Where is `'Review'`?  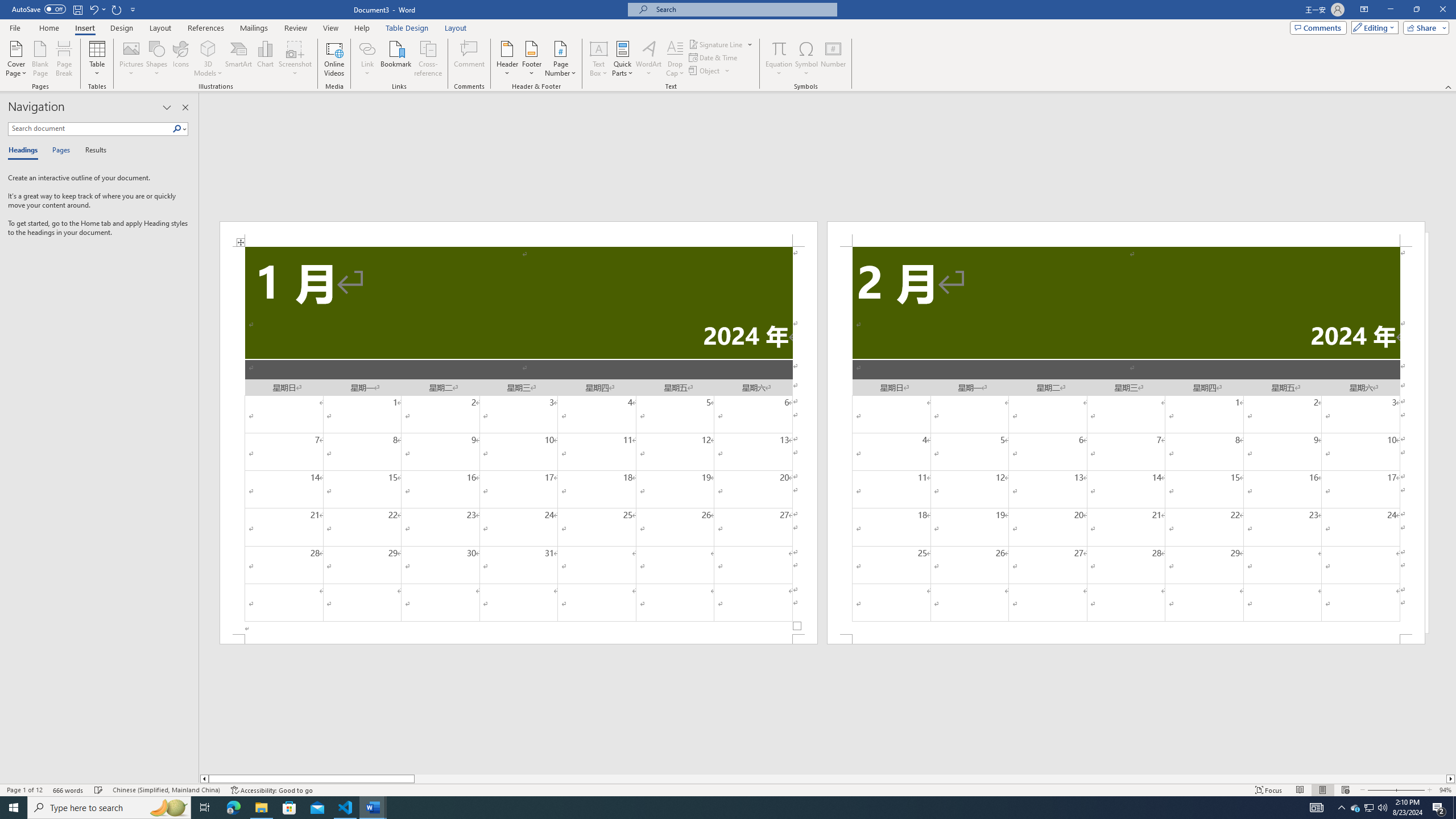
'Review' is located at coordinates (295, 28).